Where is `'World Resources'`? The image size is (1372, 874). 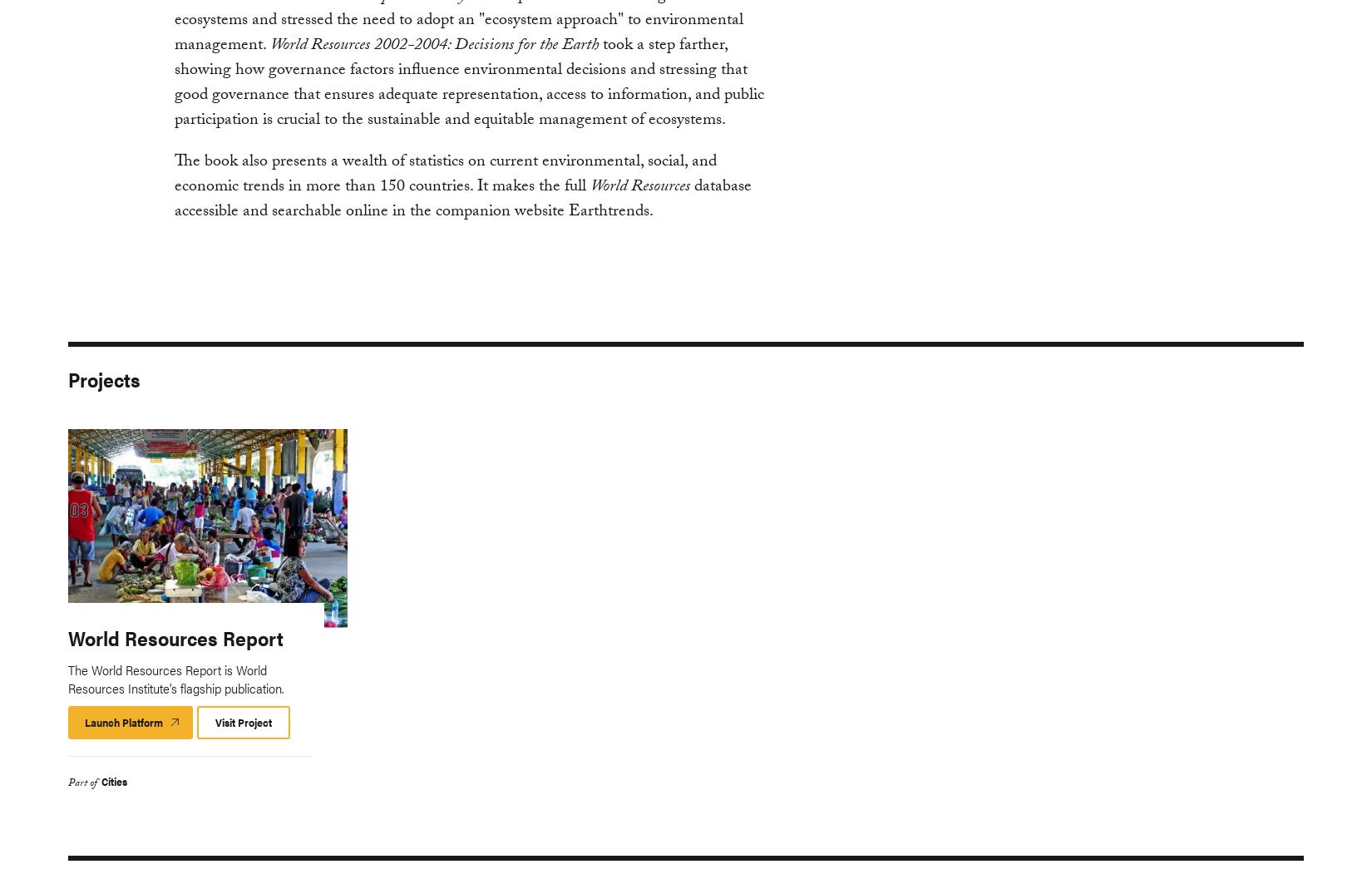 'World Resources' is located at coordinates (639, 186).